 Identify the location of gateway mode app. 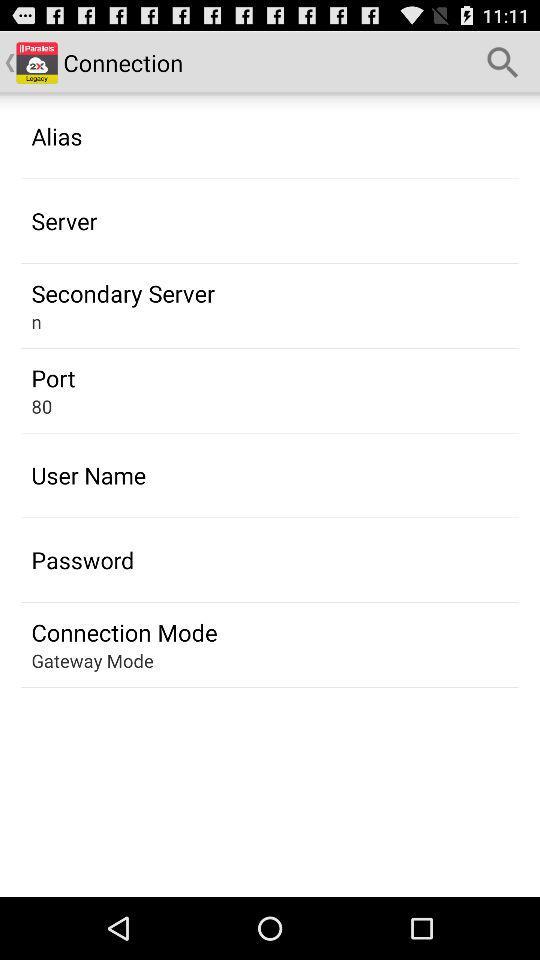
(91, 659).